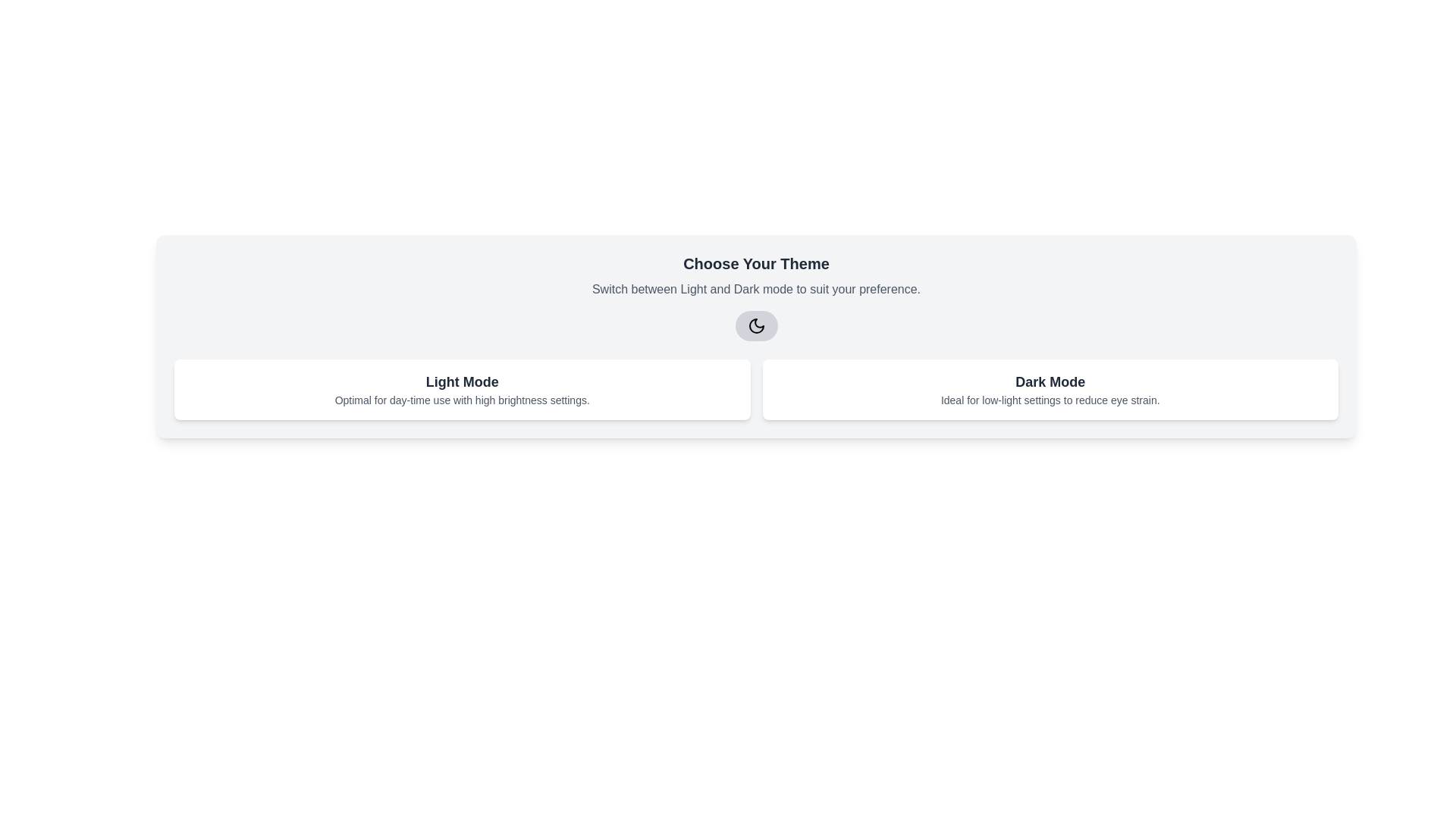 The image size is (1456, 819). What do you see at coordinates (756, 325) in the screenshot?
I see `the round button with a moon icon in dark gray, located at the center of a light gray horizontal bar` at bounding box center [756, 325].